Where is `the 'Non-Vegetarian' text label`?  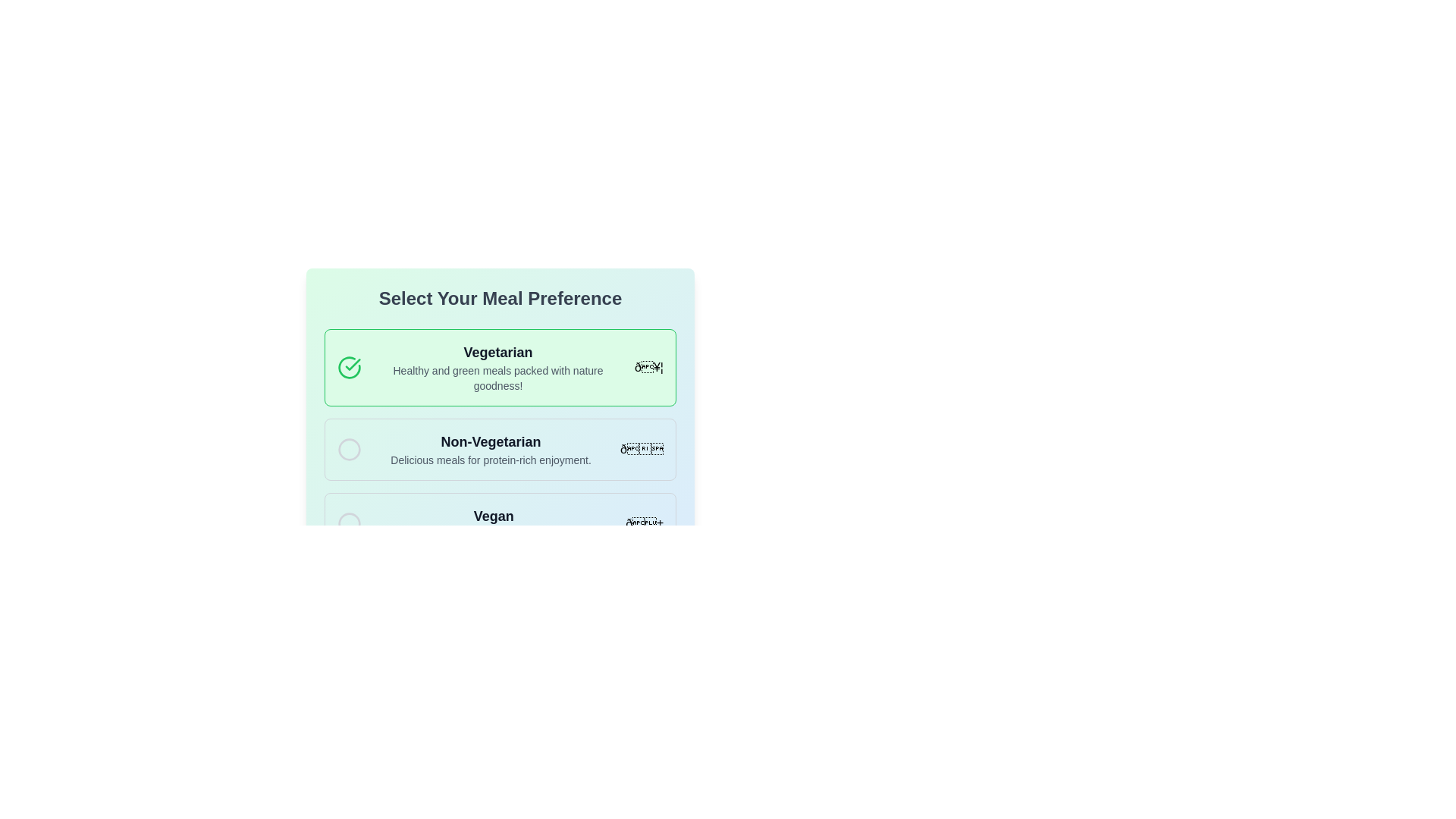
the 'Non-Vegetarian' text label is located at coordinates (491, 441).